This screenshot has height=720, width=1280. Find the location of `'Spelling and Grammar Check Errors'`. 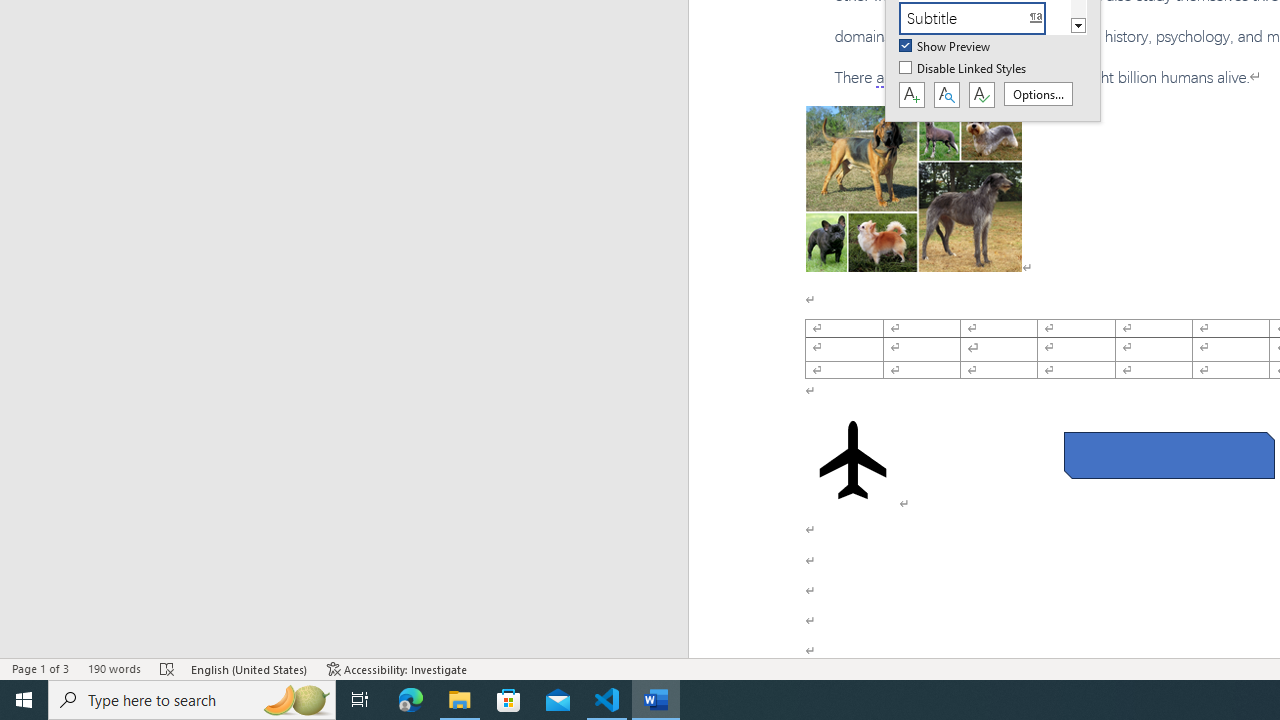

'Spelling and Grammar Check Errors' is located at coordinates (168, 669).